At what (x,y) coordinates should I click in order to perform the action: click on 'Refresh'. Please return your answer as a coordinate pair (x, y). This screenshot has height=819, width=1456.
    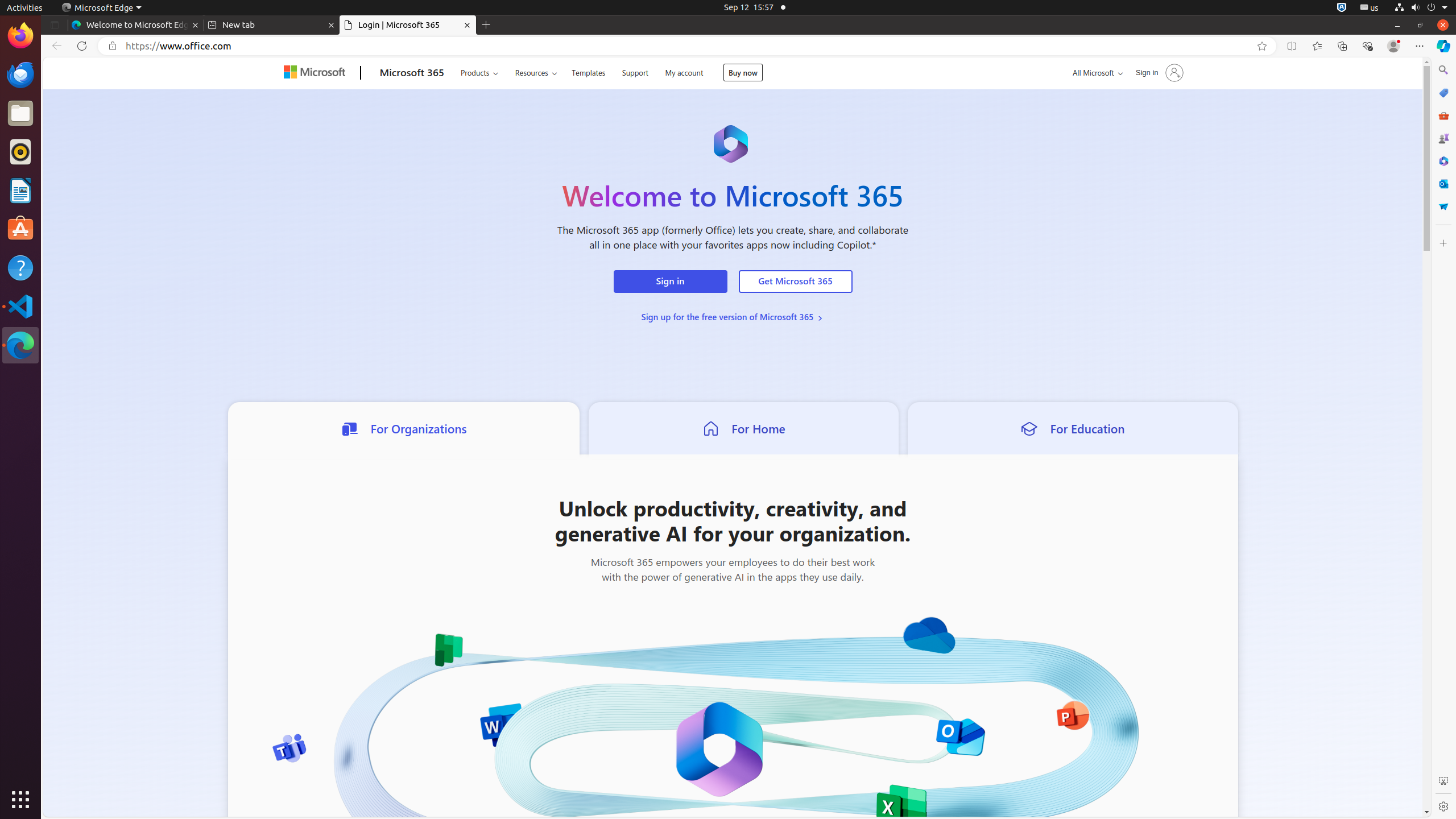
    Looking at the image, I should click on (81, 45).